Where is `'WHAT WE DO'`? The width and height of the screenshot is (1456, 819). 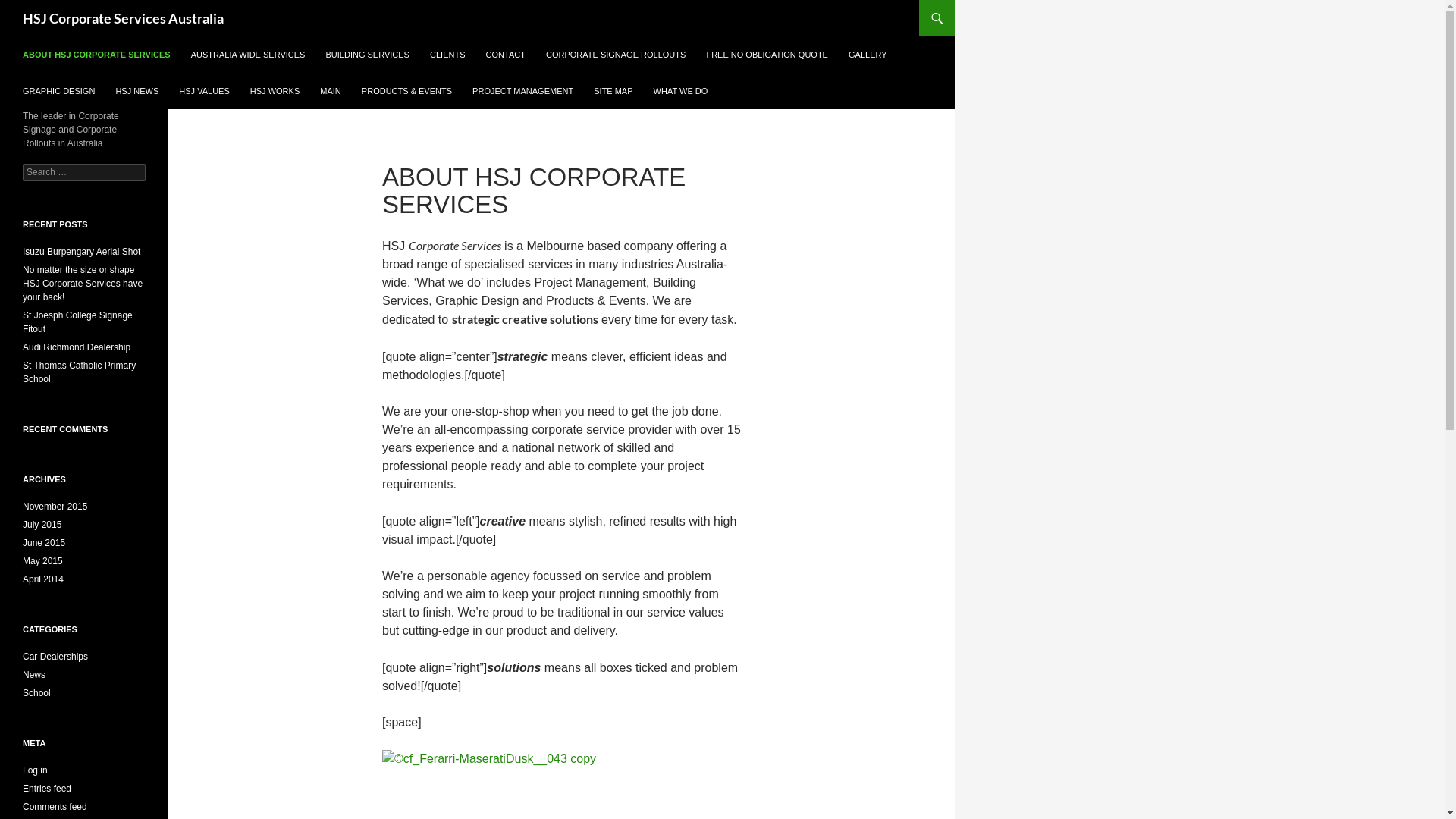
'WHAT WE DO' is located at coordinates (679, 90).